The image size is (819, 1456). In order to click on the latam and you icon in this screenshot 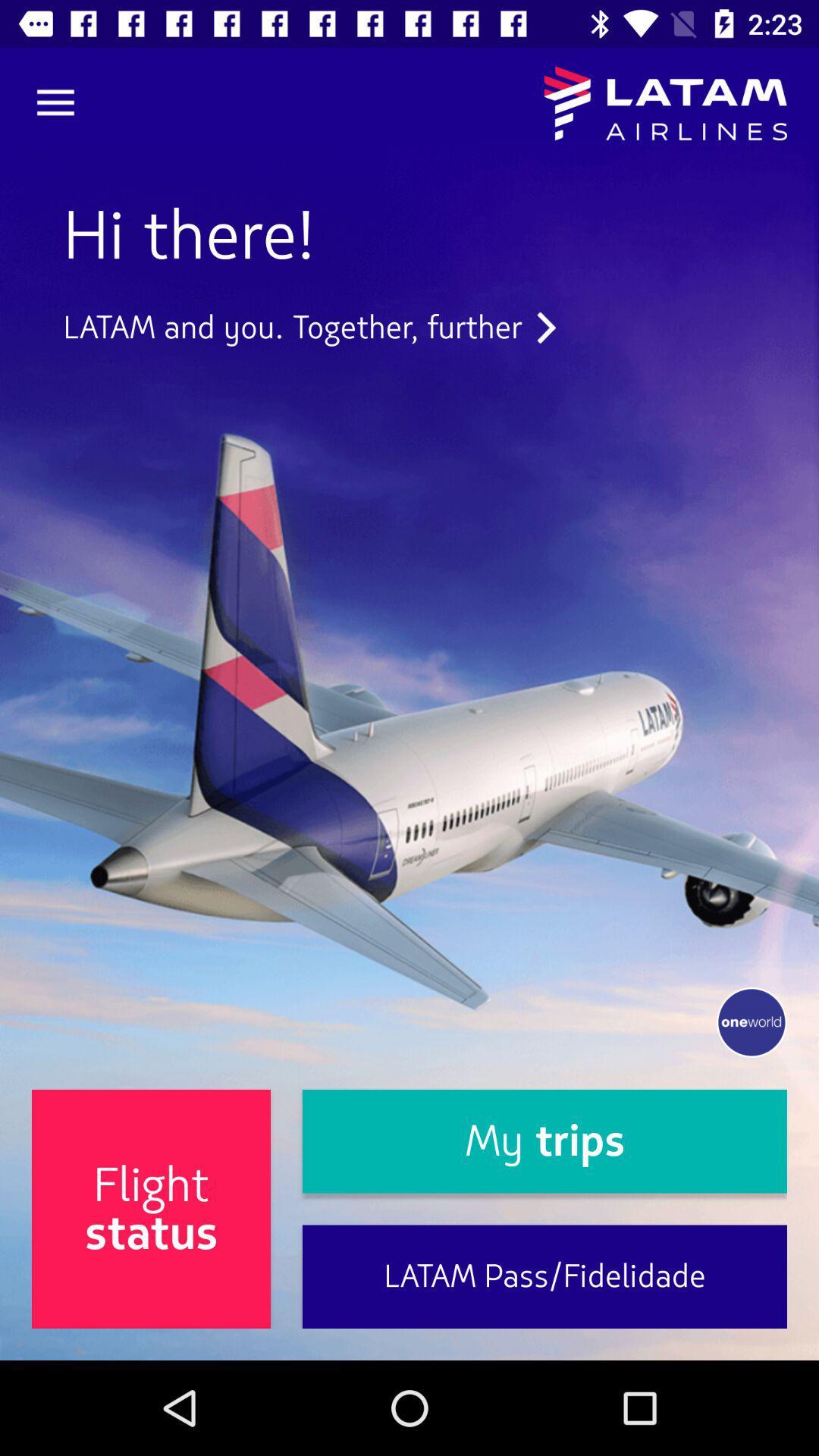, I will do `click(309, 327)`.